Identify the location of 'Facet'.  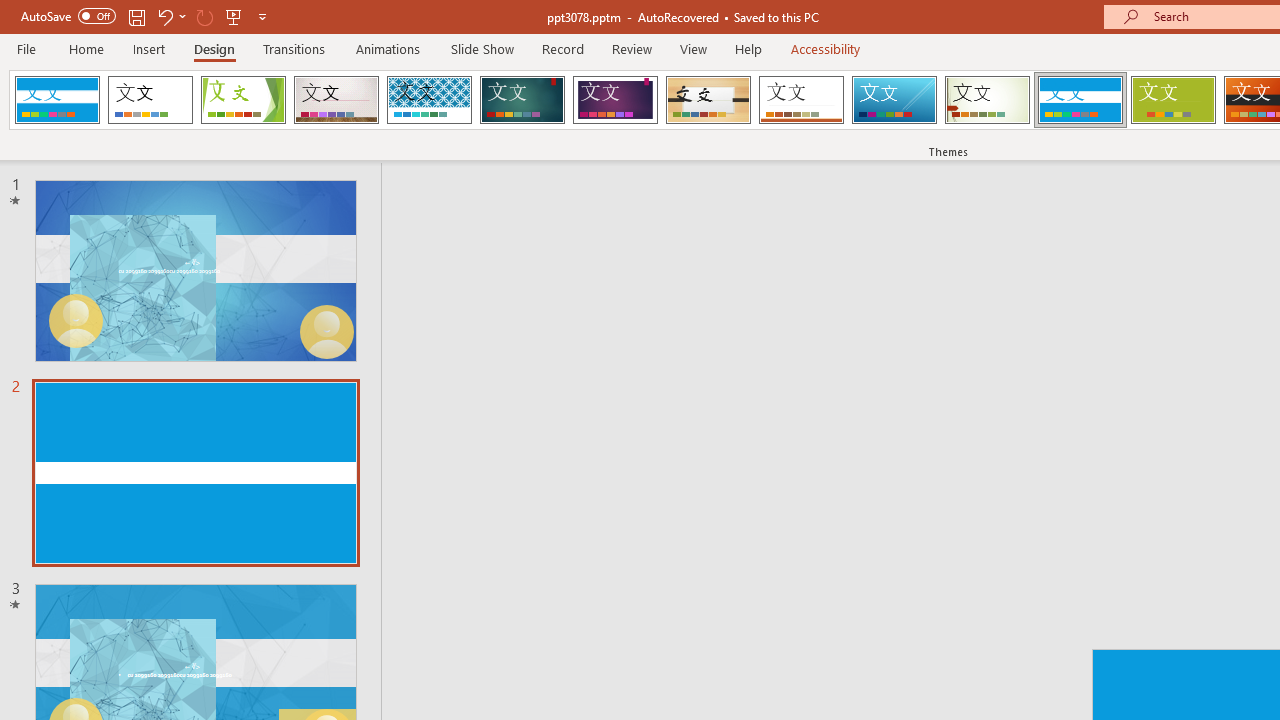
(242, 100).